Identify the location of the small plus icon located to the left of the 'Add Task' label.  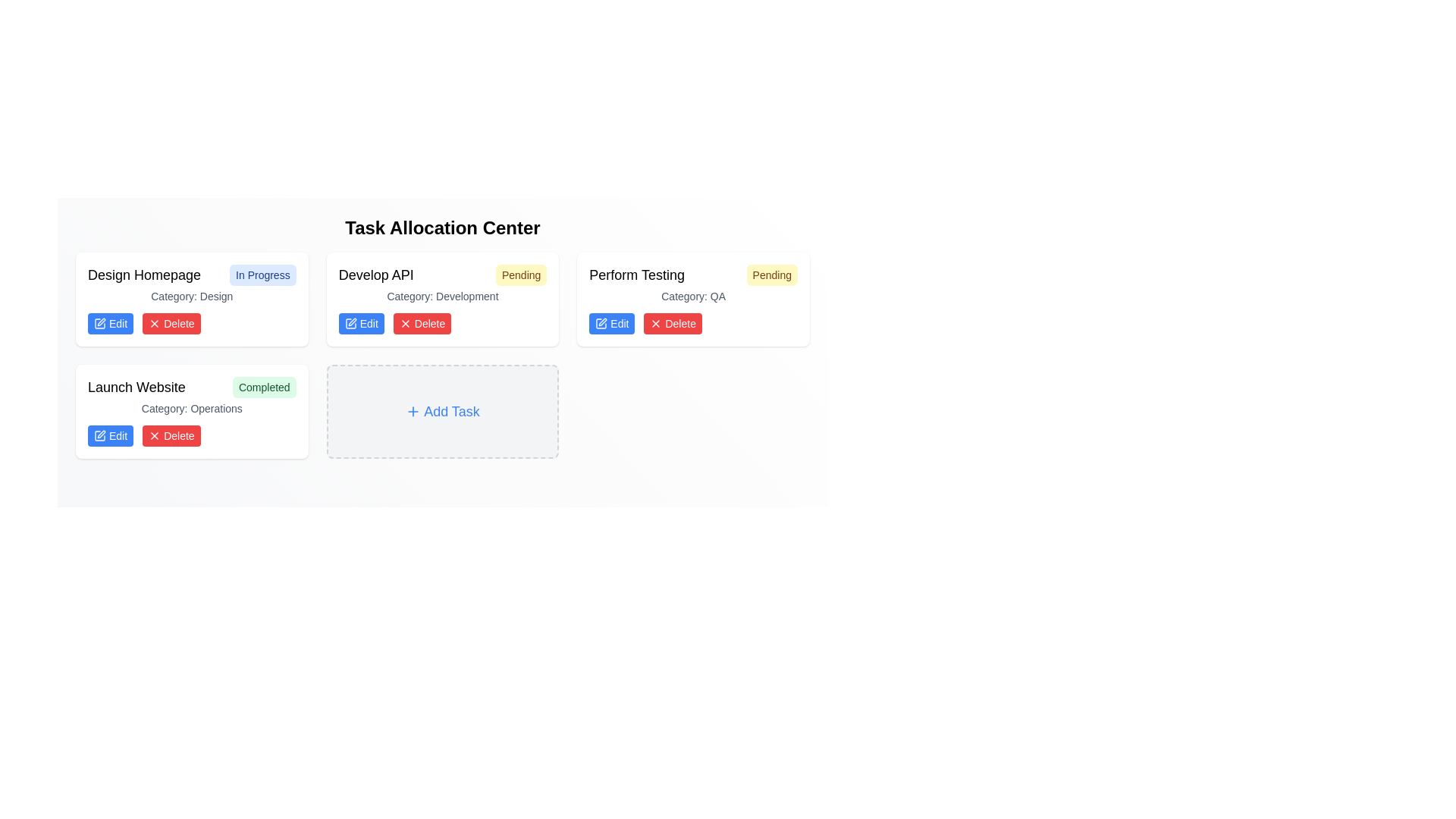
(413, 412).